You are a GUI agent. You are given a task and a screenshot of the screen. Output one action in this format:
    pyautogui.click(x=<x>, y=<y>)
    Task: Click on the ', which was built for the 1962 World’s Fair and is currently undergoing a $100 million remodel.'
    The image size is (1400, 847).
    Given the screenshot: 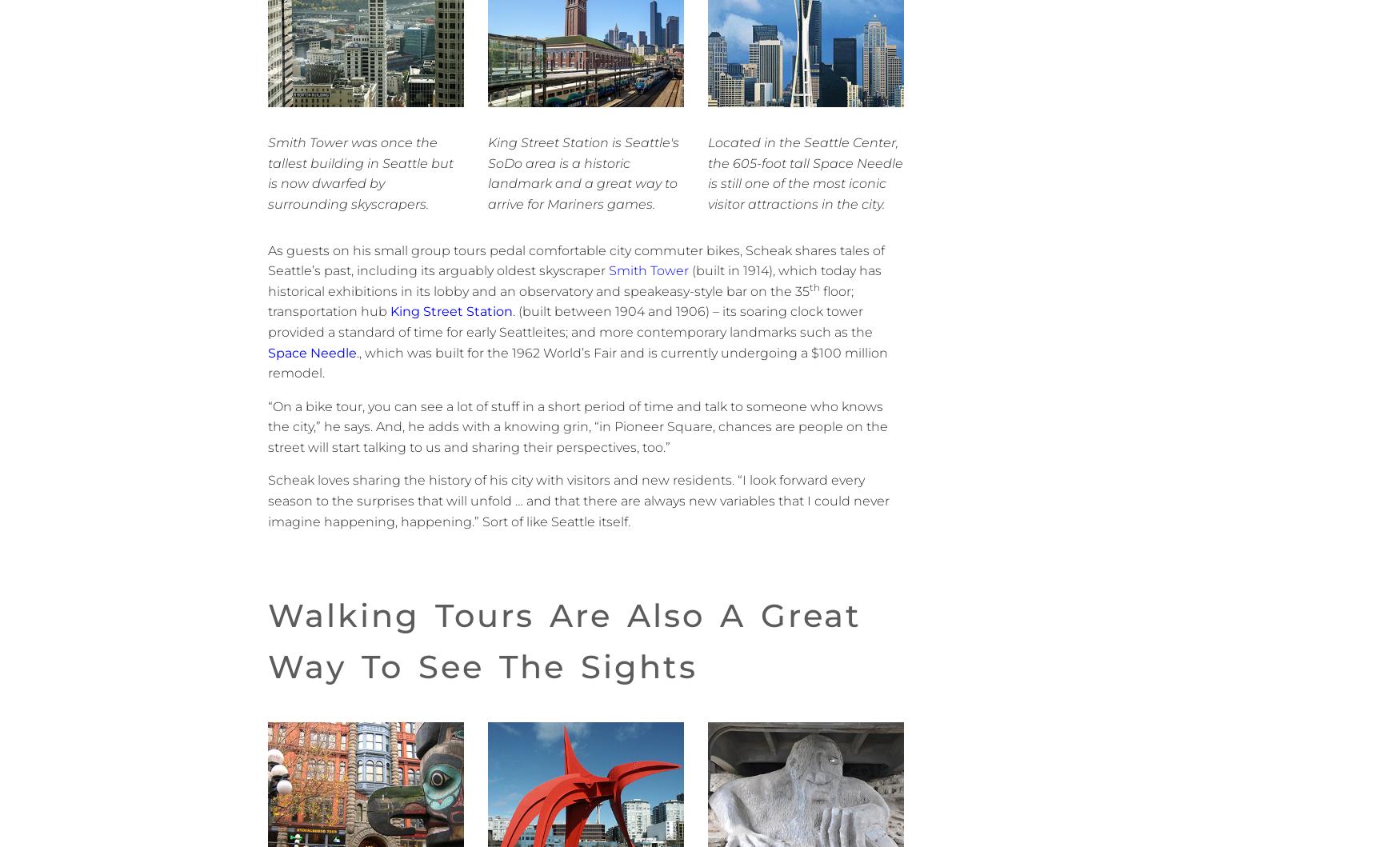 What is the action you would take?
    pyautogui.click(x=578, y=362)
    